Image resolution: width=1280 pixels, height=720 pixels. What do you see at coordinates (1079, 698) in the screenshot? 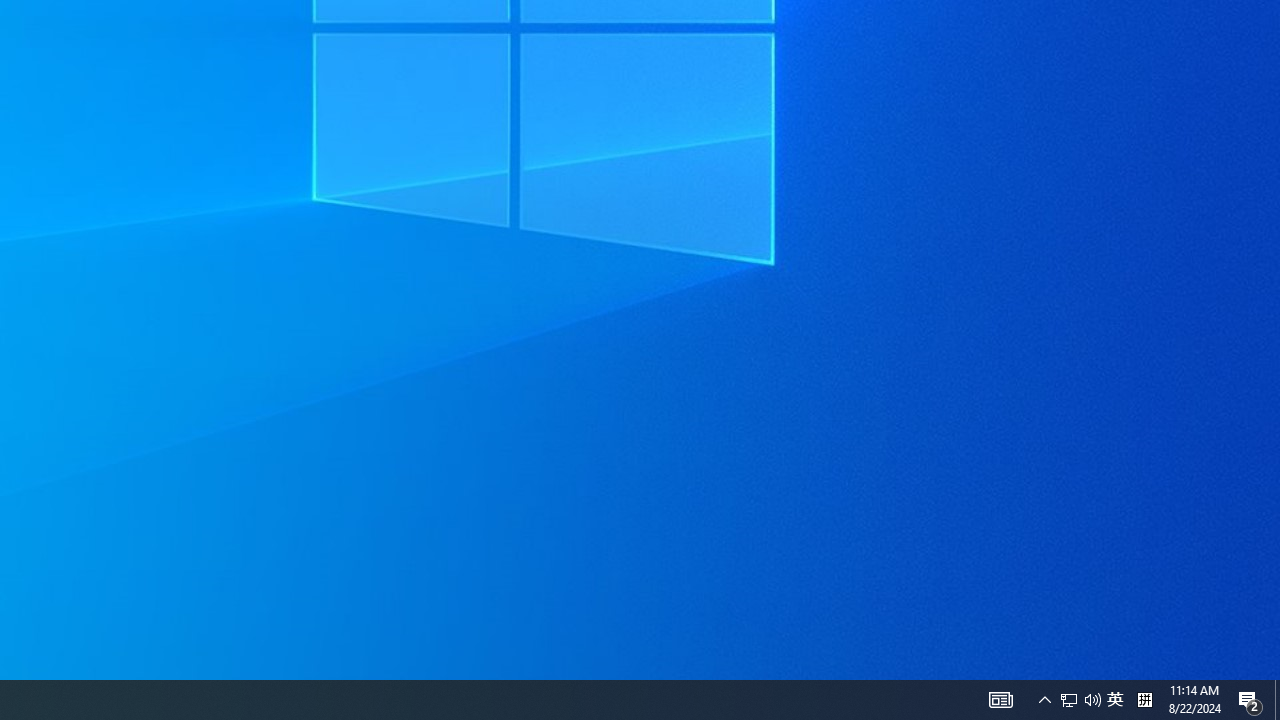
I see `'User Promoted Notification Area'` at bounding box center [1079, 698].